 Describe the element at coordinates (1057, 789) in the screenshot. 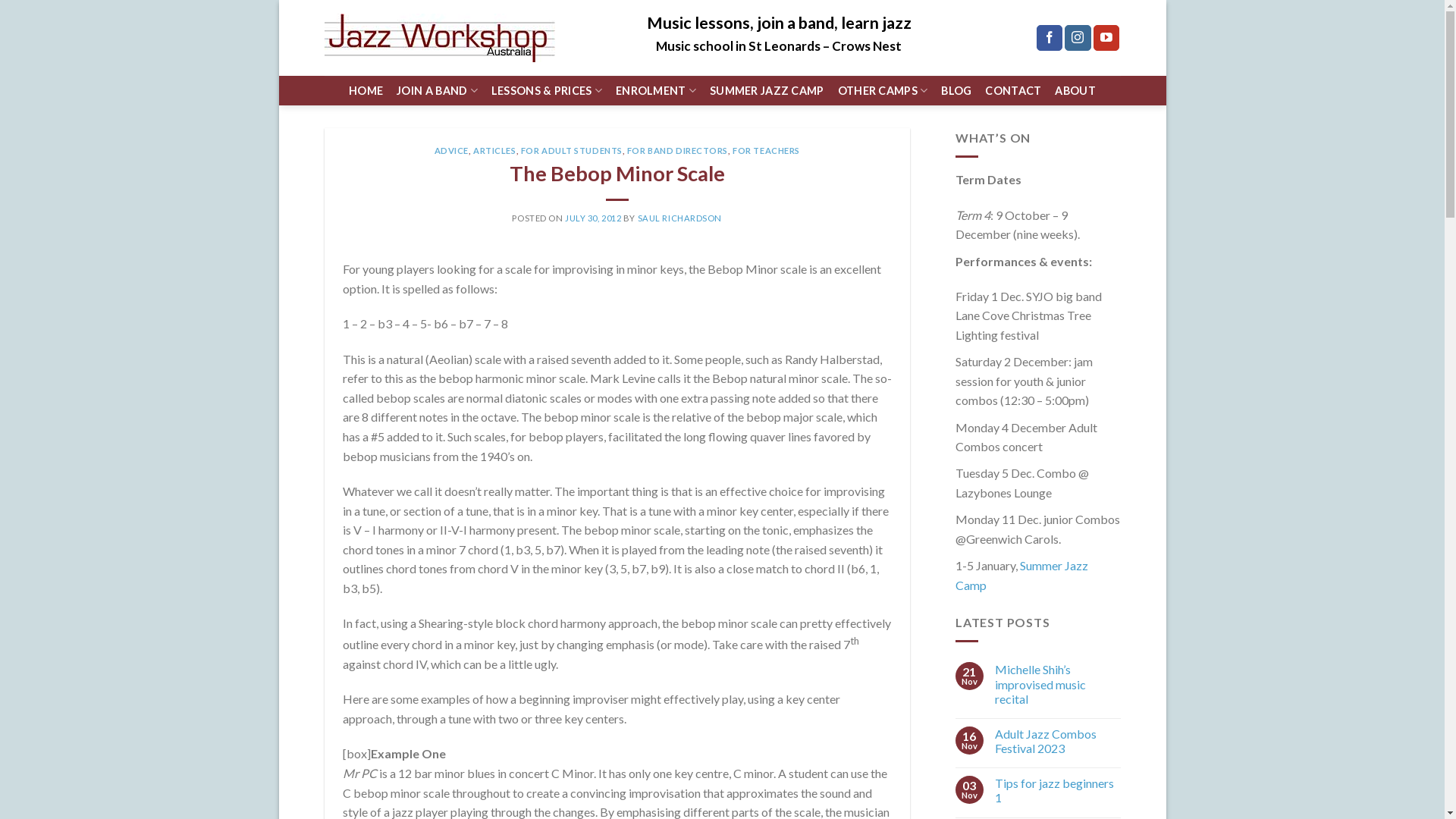

I see `'Tips for jazz beginners 1'` at that location.